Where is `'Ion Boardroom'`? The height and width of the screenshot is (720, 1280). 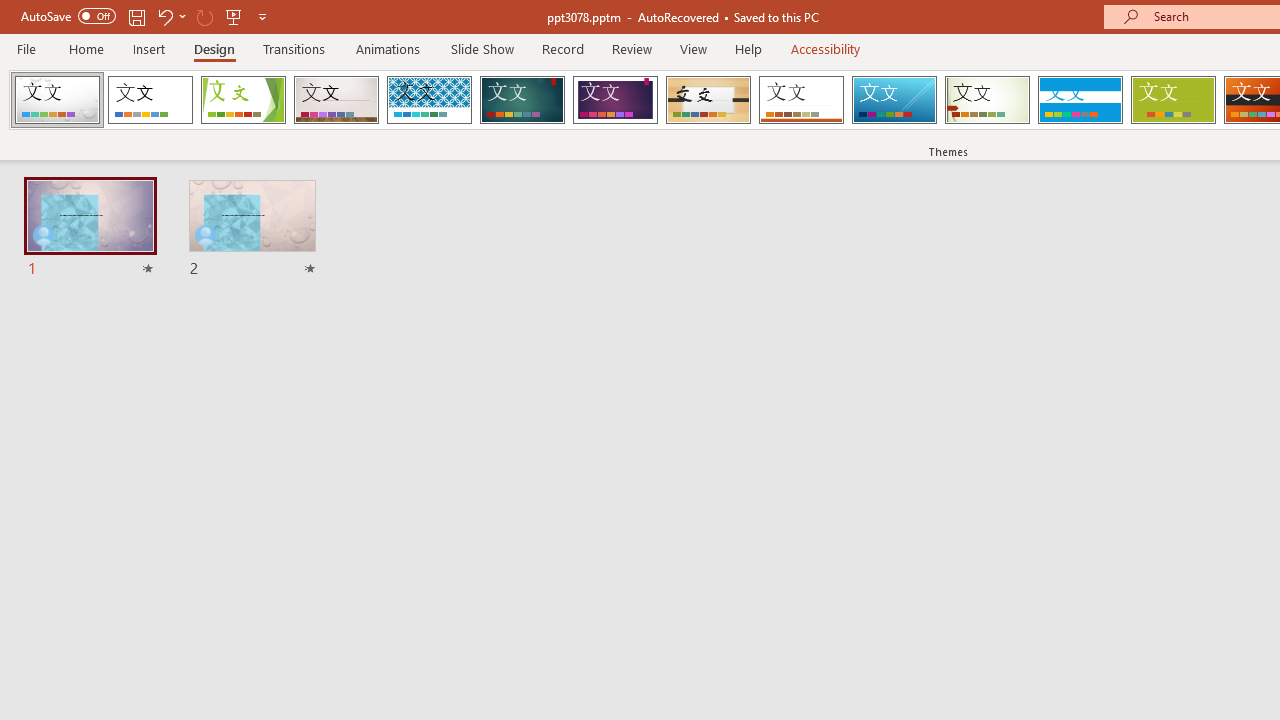 'Ion Boardroom' is located at coordinates (614, 100).